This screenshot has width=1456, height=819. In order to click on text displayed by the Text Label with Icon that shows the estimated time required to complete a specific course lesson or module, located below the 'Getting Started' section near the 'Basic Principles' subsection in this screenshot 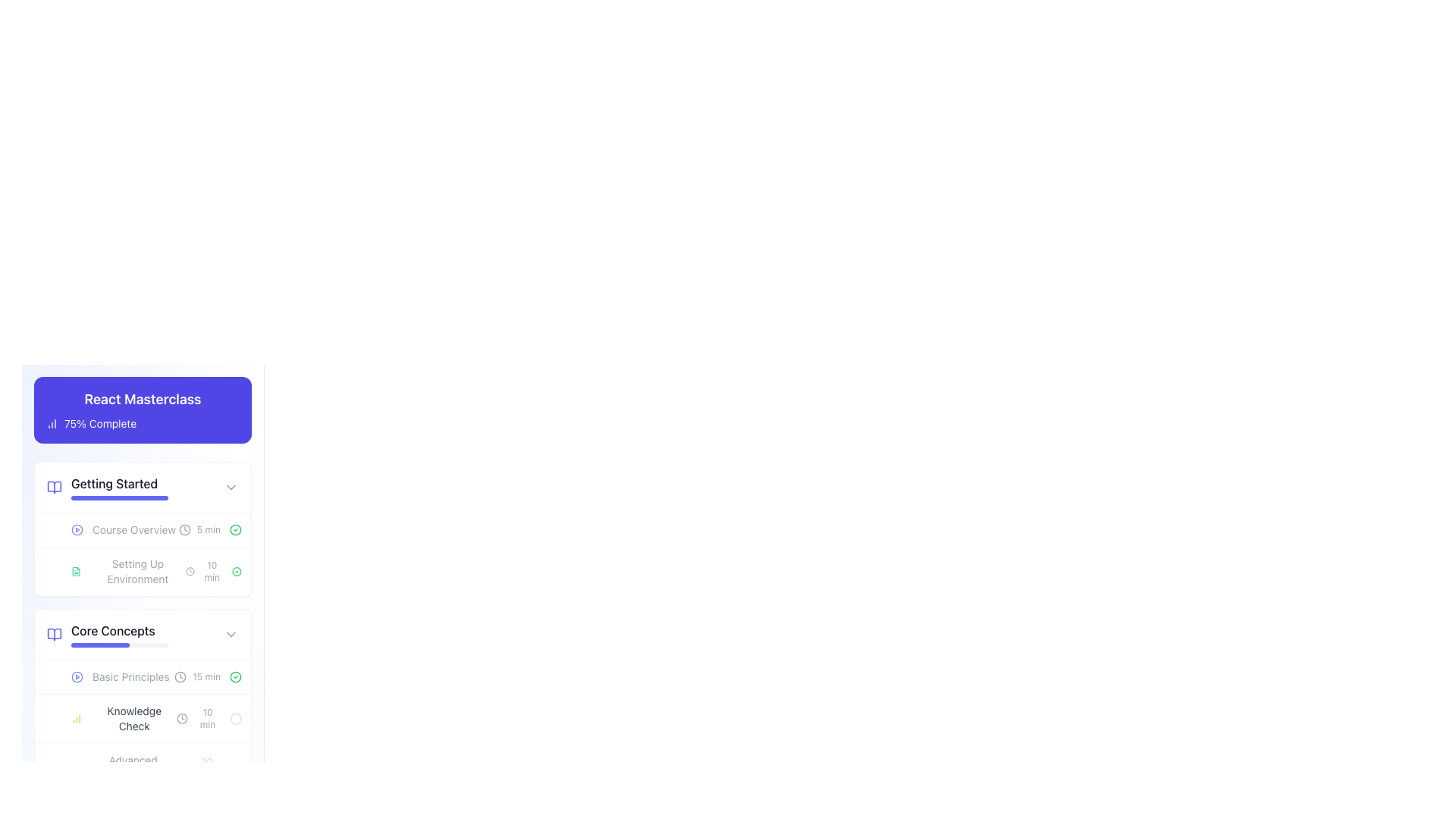, I will do `click(196, 676)`.